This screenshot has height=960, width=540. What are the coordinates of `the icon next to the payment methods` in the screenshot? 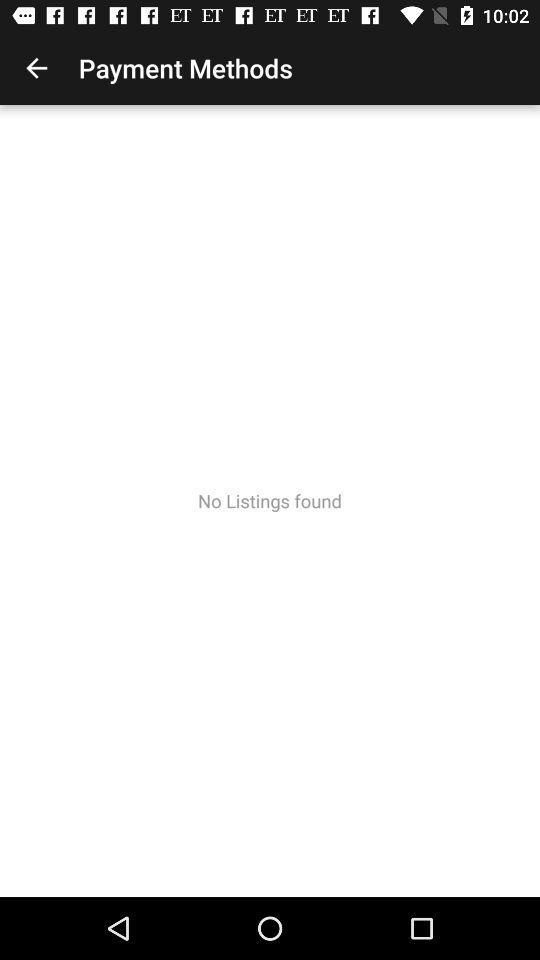 It's located at (36, 68).